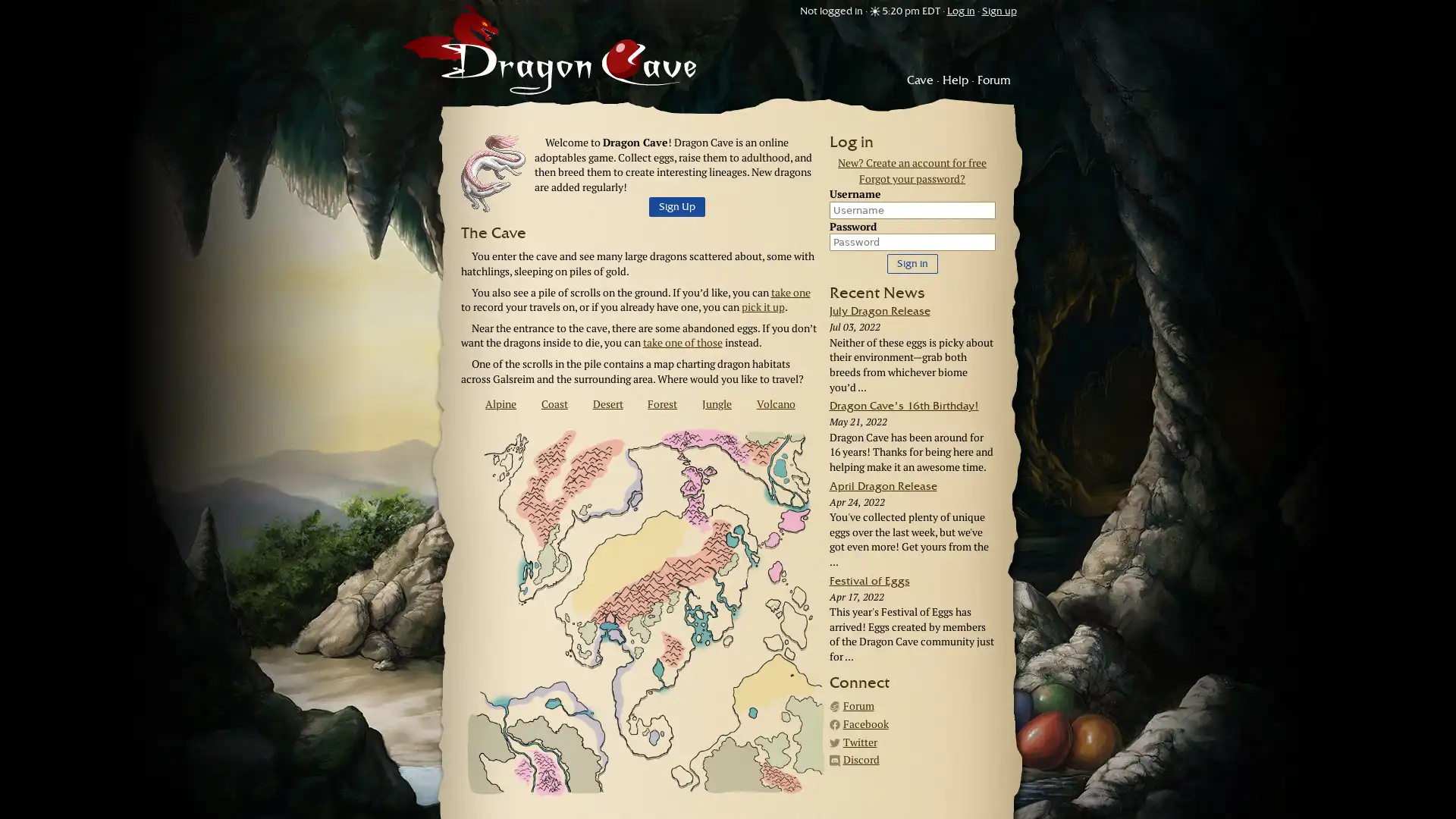  Describe the element at coordinates (676, 207) in the screenshot. I see `Sign Up` at that location.